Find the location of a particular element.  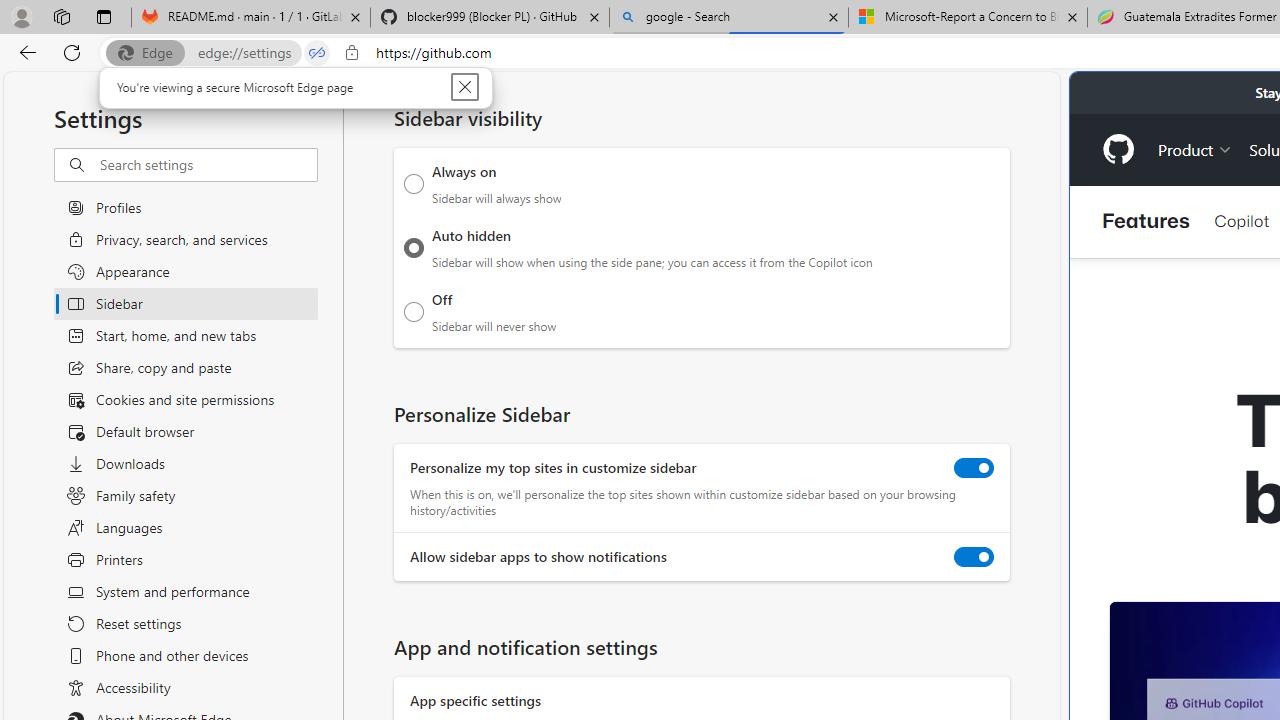

'Off Sidebar will never show' is located at coordinates (413, 311).